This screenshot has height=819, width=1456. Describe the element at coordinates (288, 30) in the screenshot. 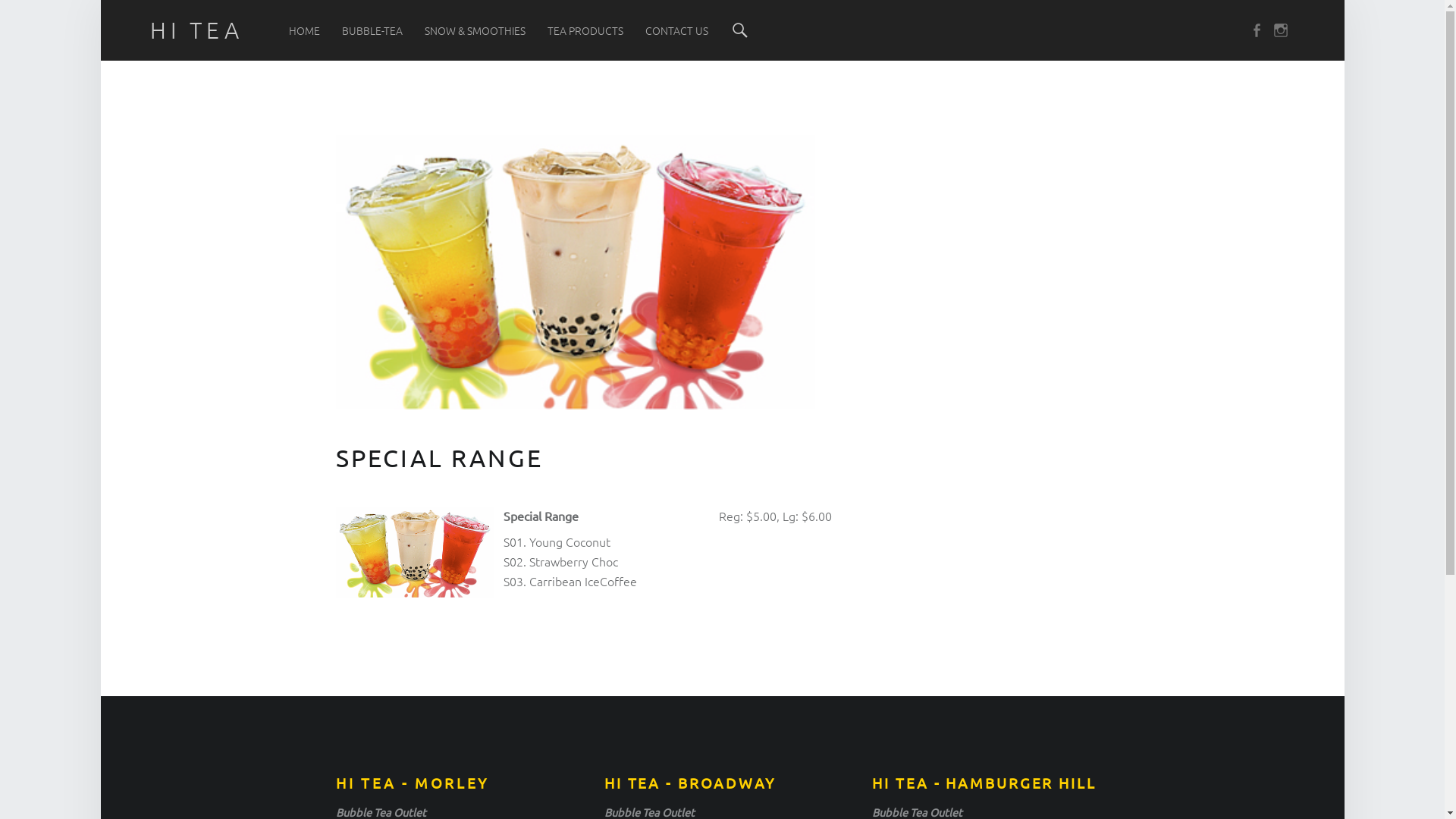

I see `'HOME'` at that location.